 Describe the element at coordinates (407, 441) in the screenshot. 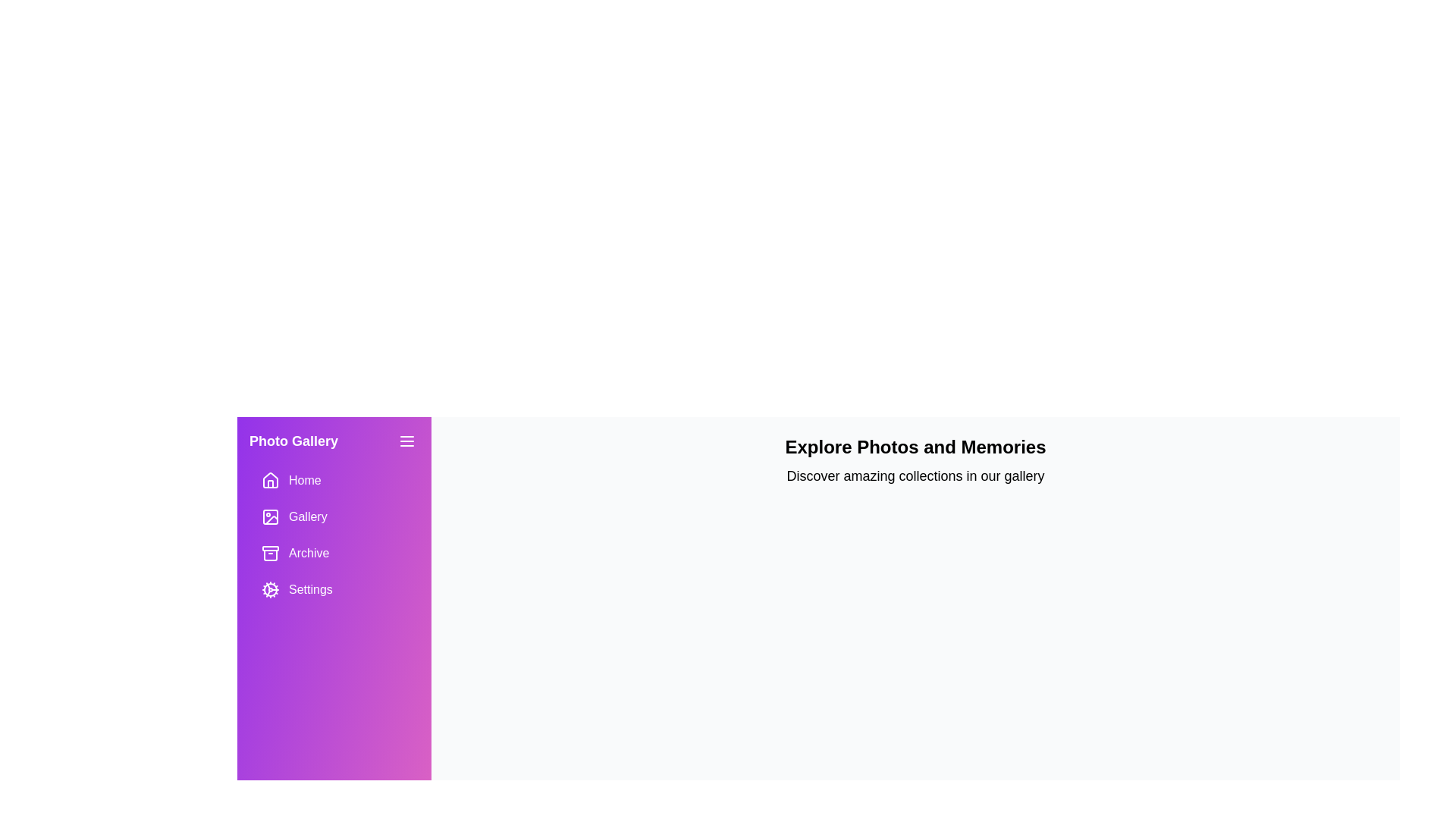

I see `the menu icon to toggle the visibility of the drawer` at that location.